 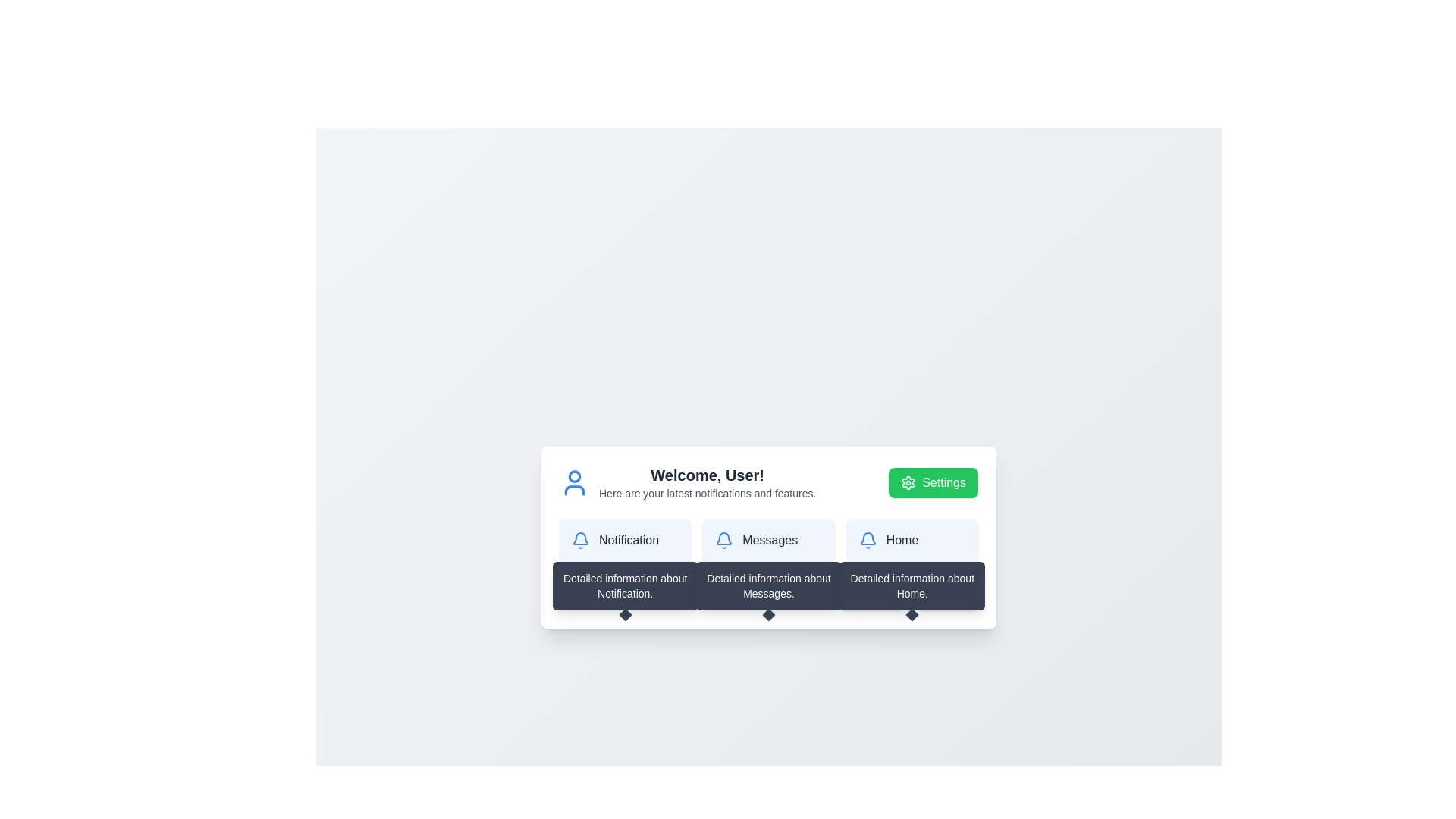 What do you see at coordinates (768, 585) in the screenshot?
I see `the tooltip displaying 'Detailed information about Messages.' which has a dark gray background and white text, located centrally below the 'Messages' section` at bounding box center [768, 585].